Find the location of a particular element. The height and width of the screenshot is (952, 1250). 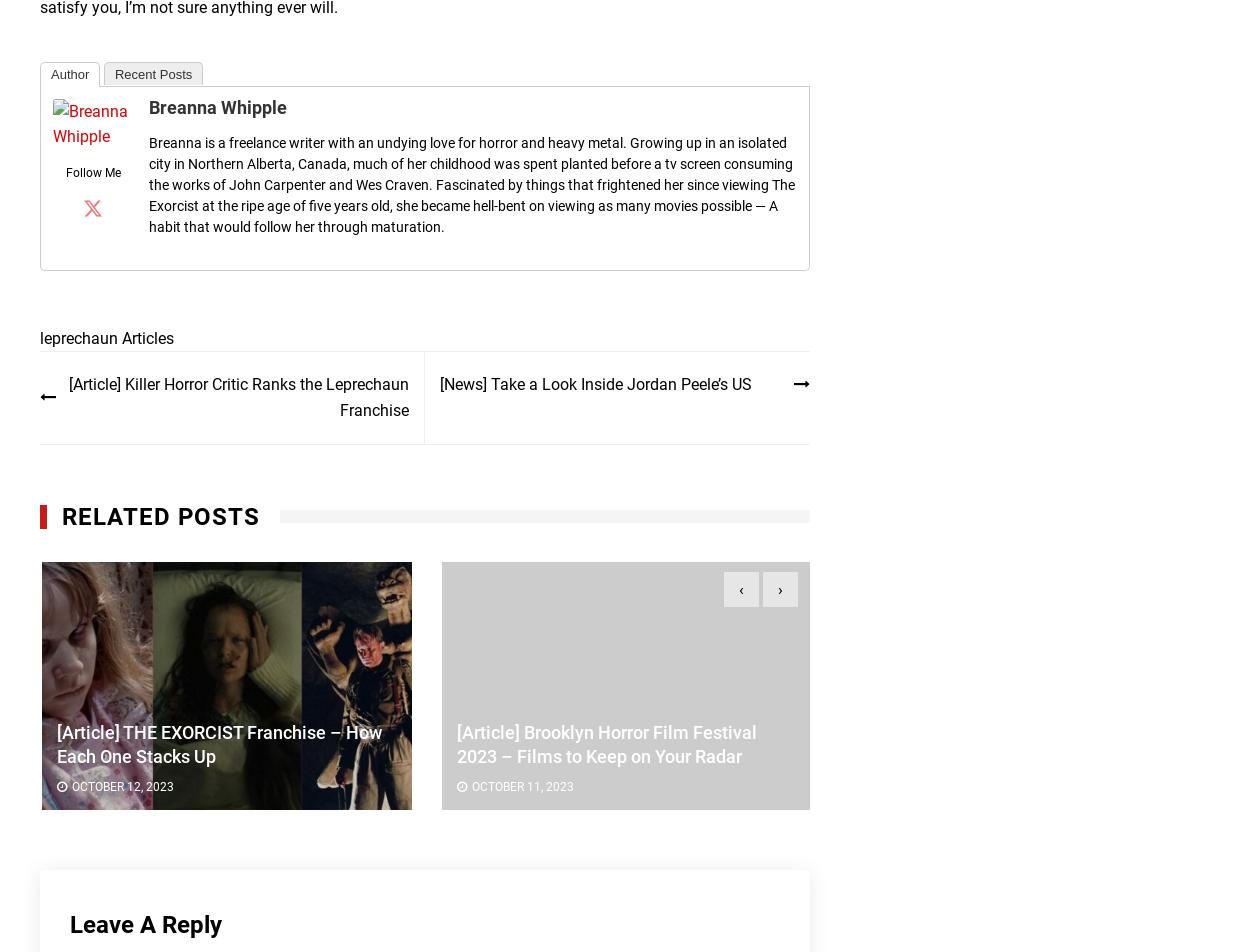

'Leave a Reply' is located at coordinates (146, 924).